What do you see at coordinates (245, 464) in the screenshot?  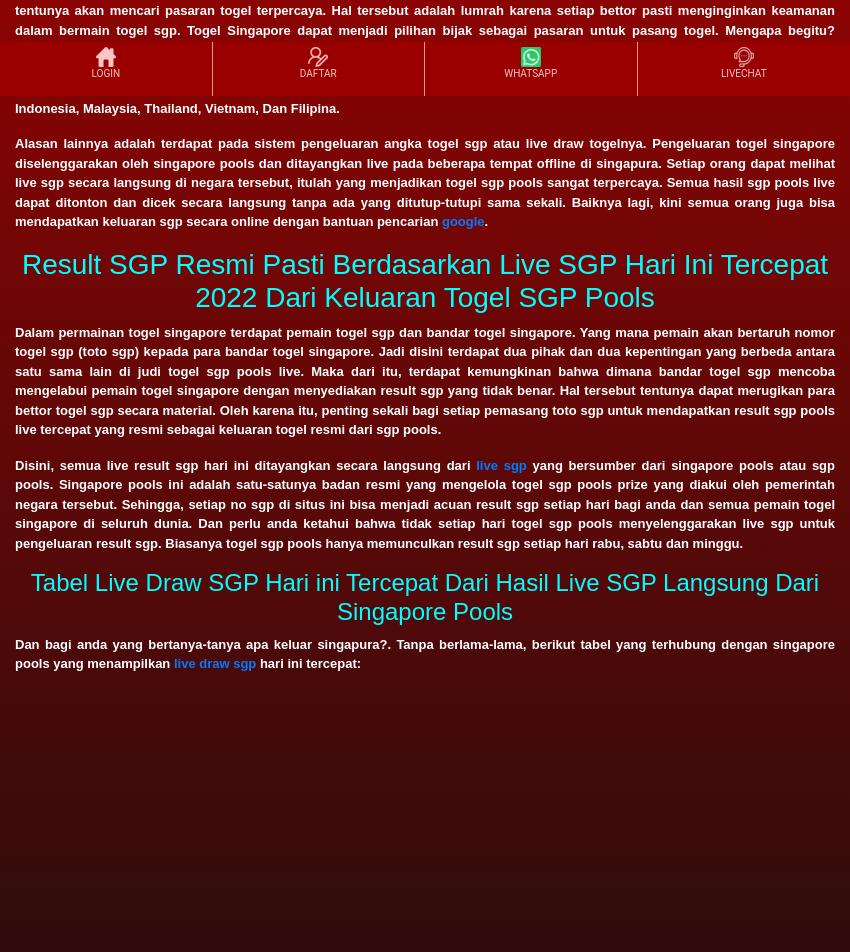 I see `'Disini, semua live result sgp hari ini ditayangkan secara langsung dari'` at bounding box center [245, 464].